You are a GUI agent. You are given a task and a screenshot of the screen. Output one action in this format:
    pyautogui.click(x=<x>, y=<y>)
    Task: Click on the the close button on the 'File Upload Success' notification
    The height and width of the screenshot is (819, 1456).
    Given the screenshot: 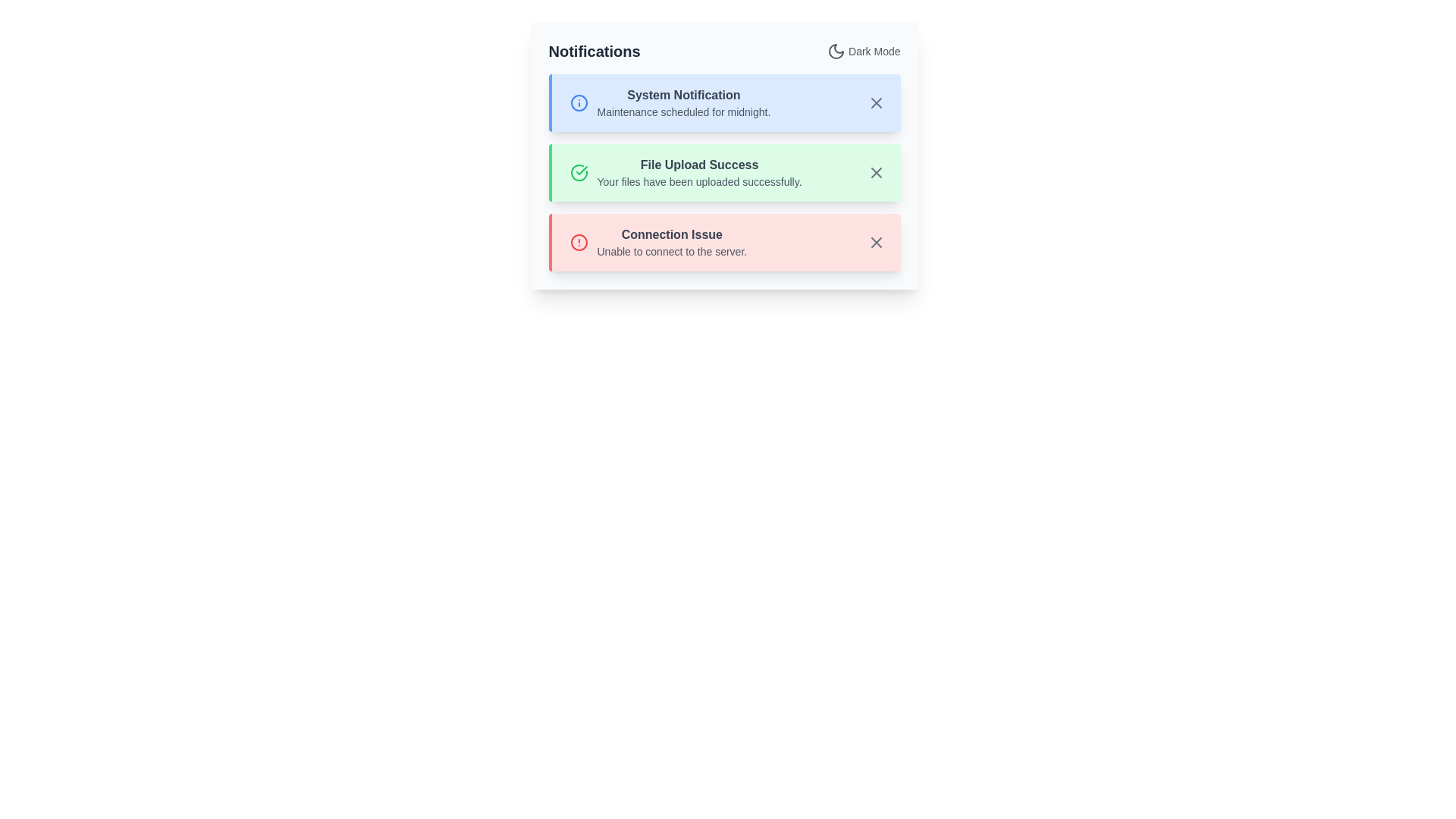 What is the action you would take?
    pyautogui.click(x=876, y=171)
    